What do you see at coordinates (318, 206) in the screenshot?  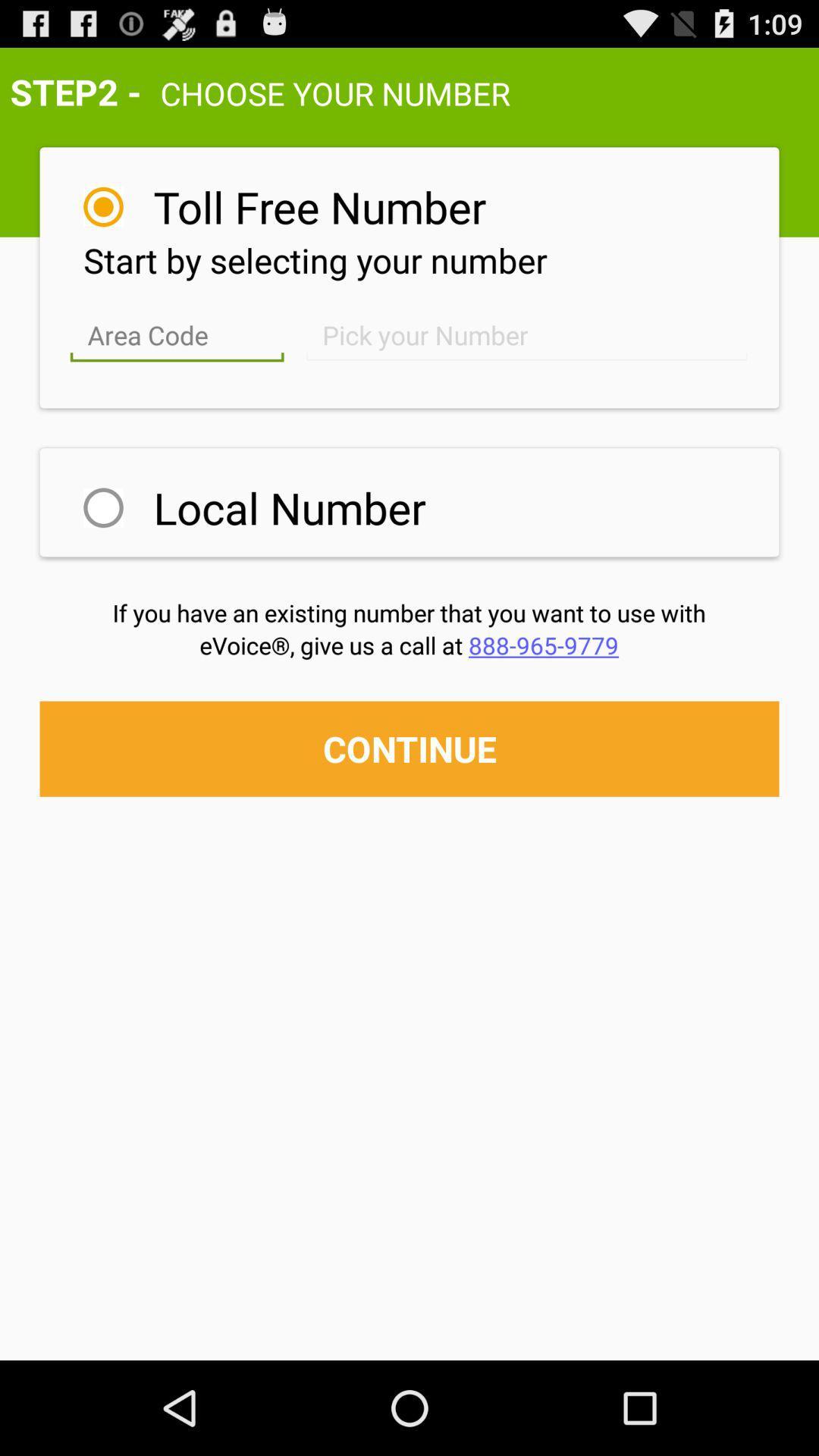 I see `the icon below step2 -  app` at bounding box center [318, 206].